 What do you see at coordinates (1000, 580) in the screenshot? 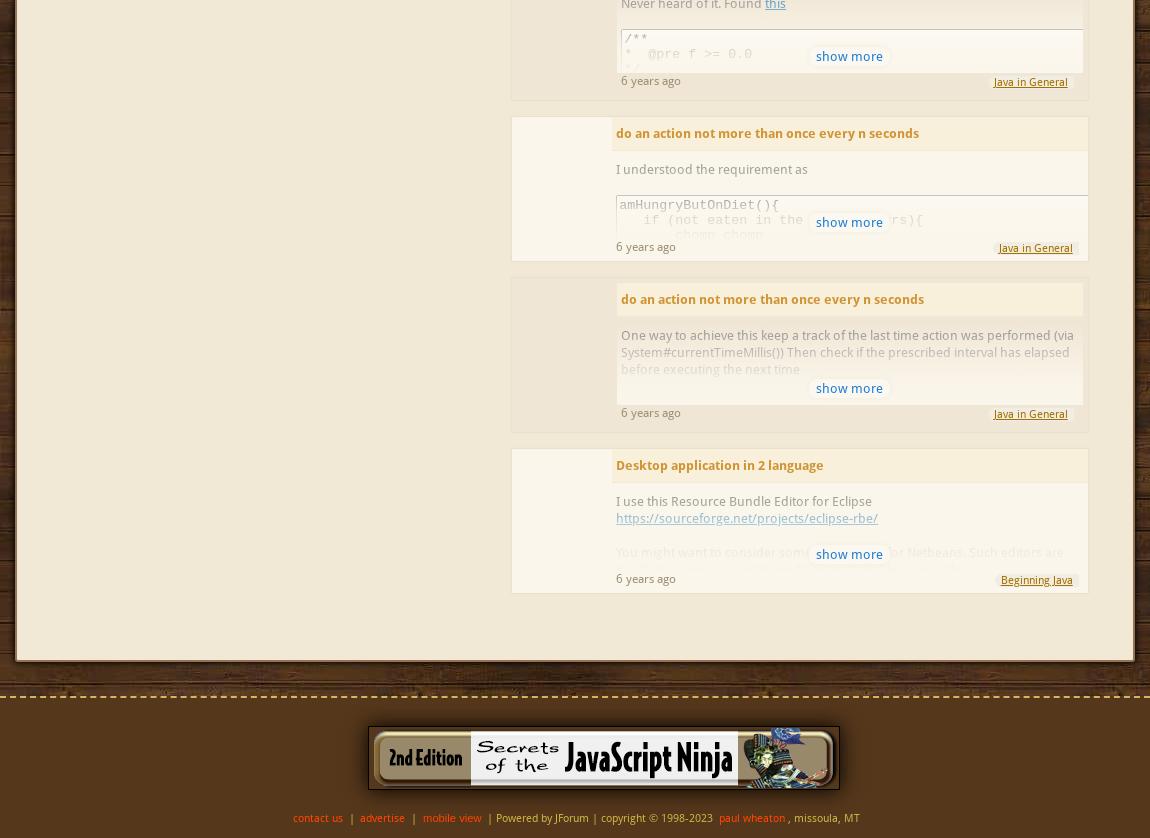
I see `'Beginning Java'` at bounding box center [1000, 580].